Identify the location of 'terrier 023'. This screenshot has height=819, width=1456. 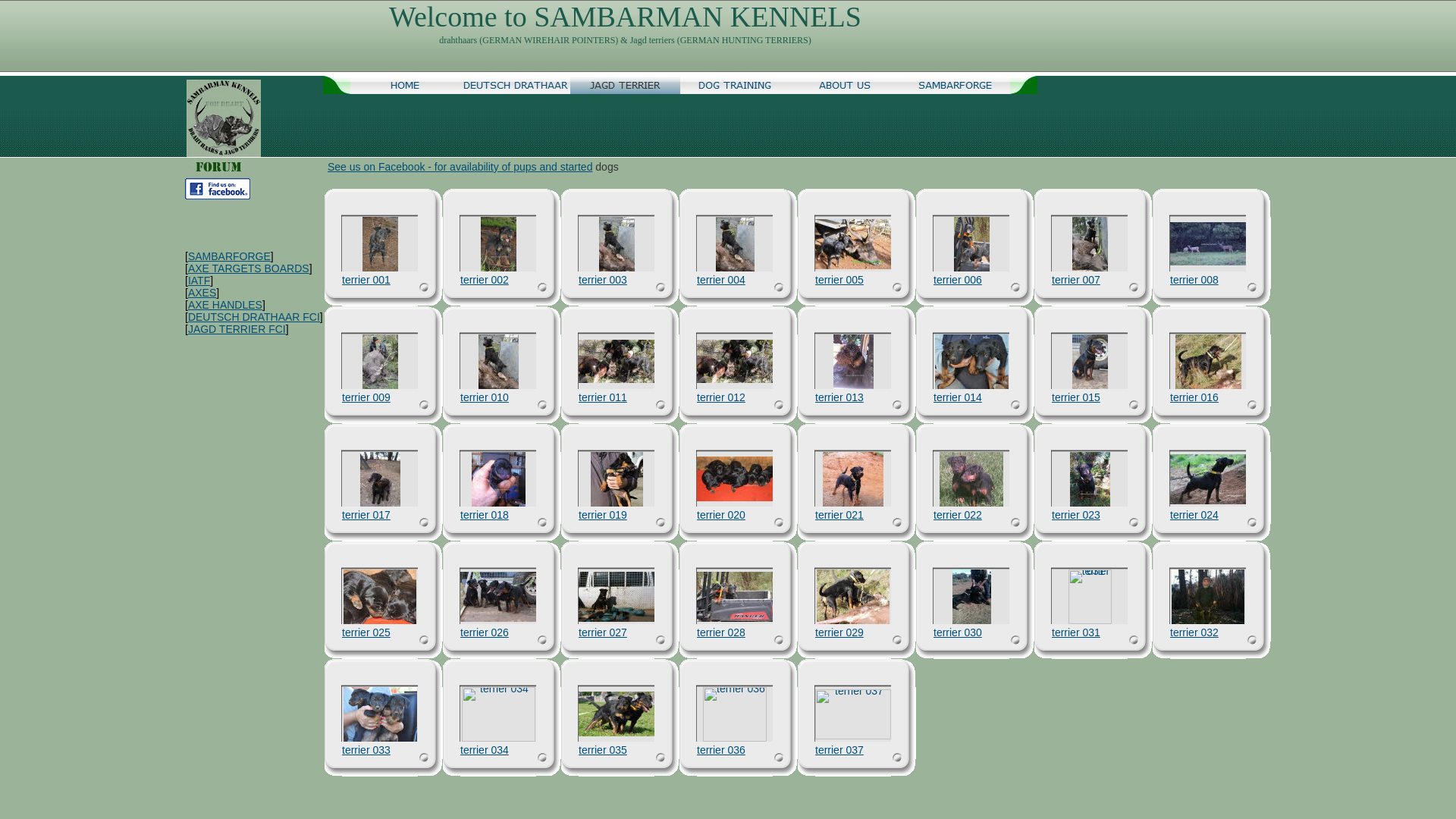
(1068, 479).